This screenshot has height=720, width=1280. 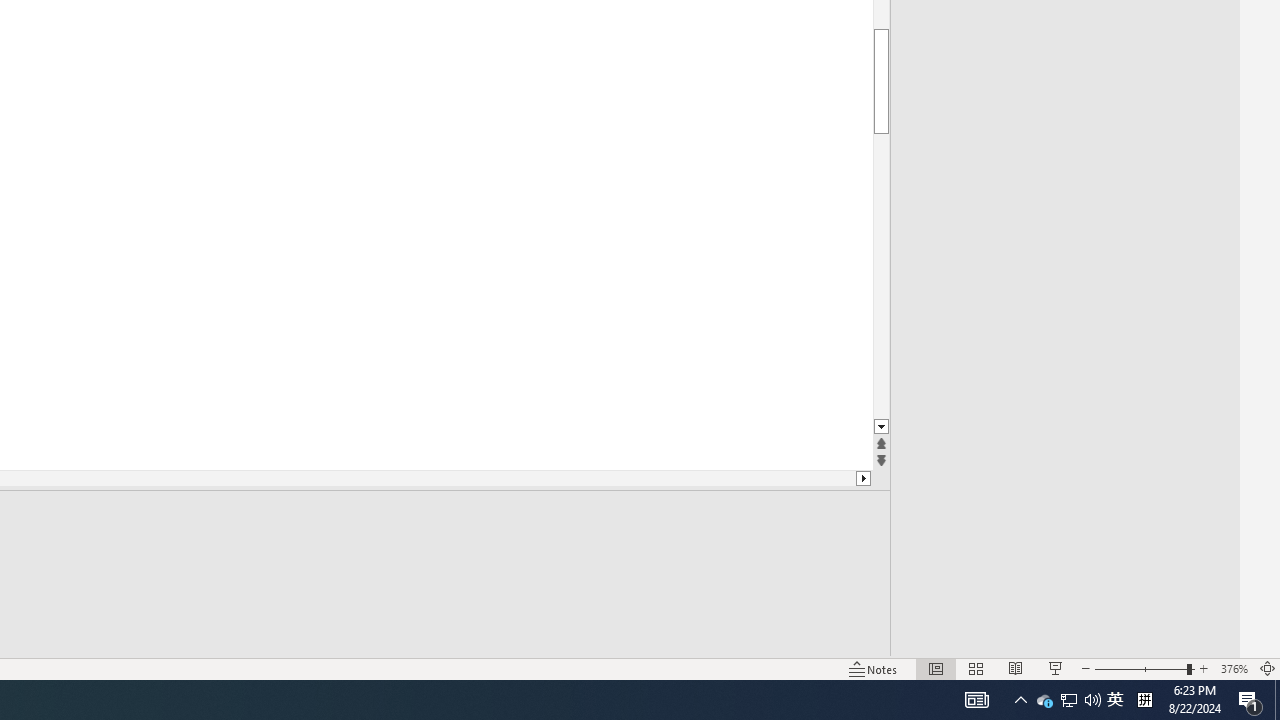 What do you see at coordinates (1266, 669) in the screenshot?
I see `'Zoom to Fit '` at bounding box center [1266, 669].